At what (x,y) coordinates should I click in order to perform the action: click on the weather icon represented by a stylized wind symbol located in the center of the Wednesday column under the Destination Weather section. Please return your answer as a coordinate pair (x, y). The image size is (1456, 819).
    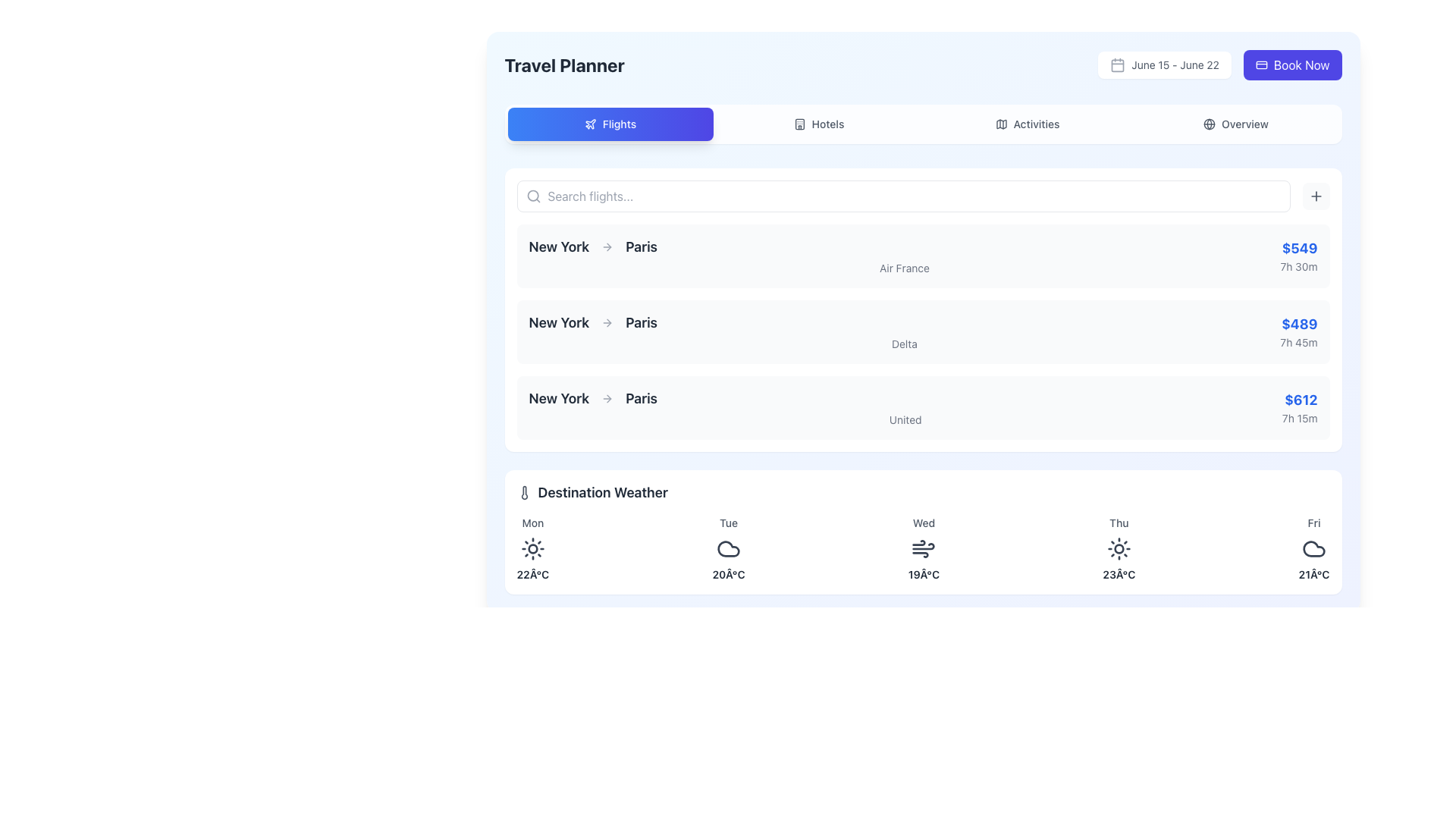
    Looking at the image, I should click on (920, 555).